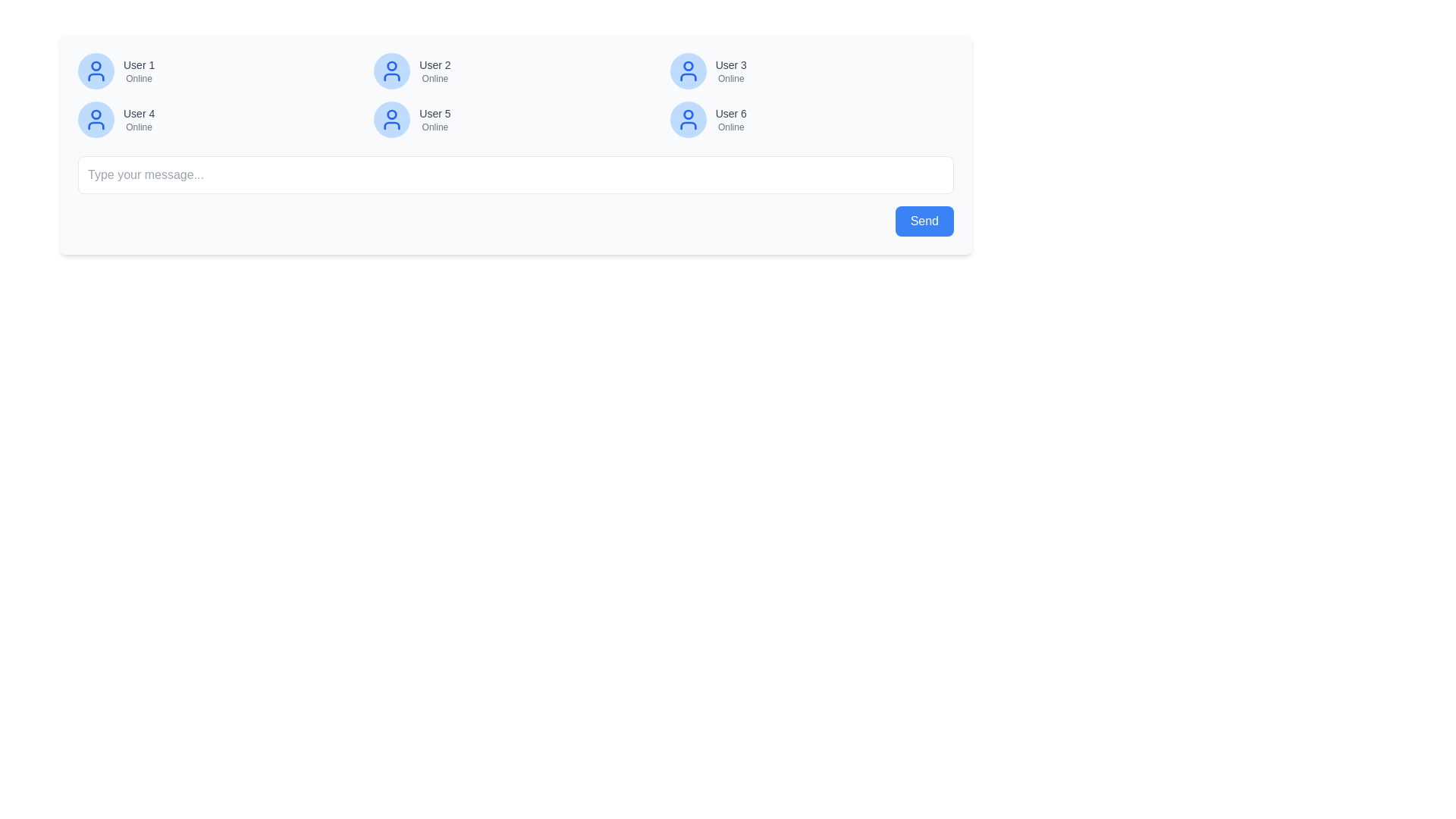 This screenshot has width=1456, height=819. What do you see at coordinates (434, 119) in the screenshot?
I see `the displayed information of the username 'User 5' along with their online status in the text block on the right-hand side of the interface` at bounding box center [434, 119].